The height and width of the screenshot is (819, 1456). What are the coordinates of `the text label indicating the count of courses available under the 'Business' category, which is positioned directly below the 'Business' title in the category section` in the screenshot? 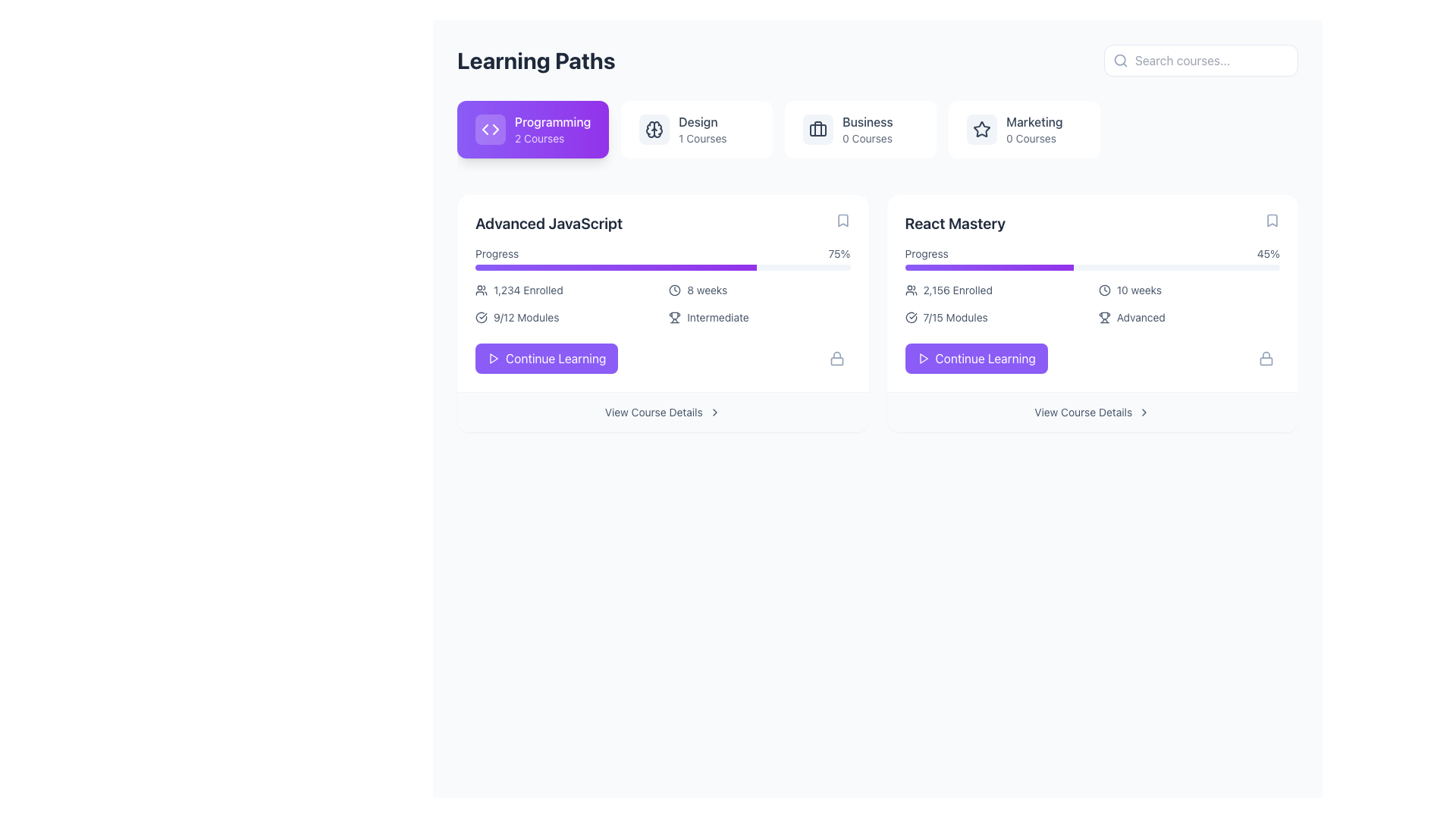 It's located at (868, 138).